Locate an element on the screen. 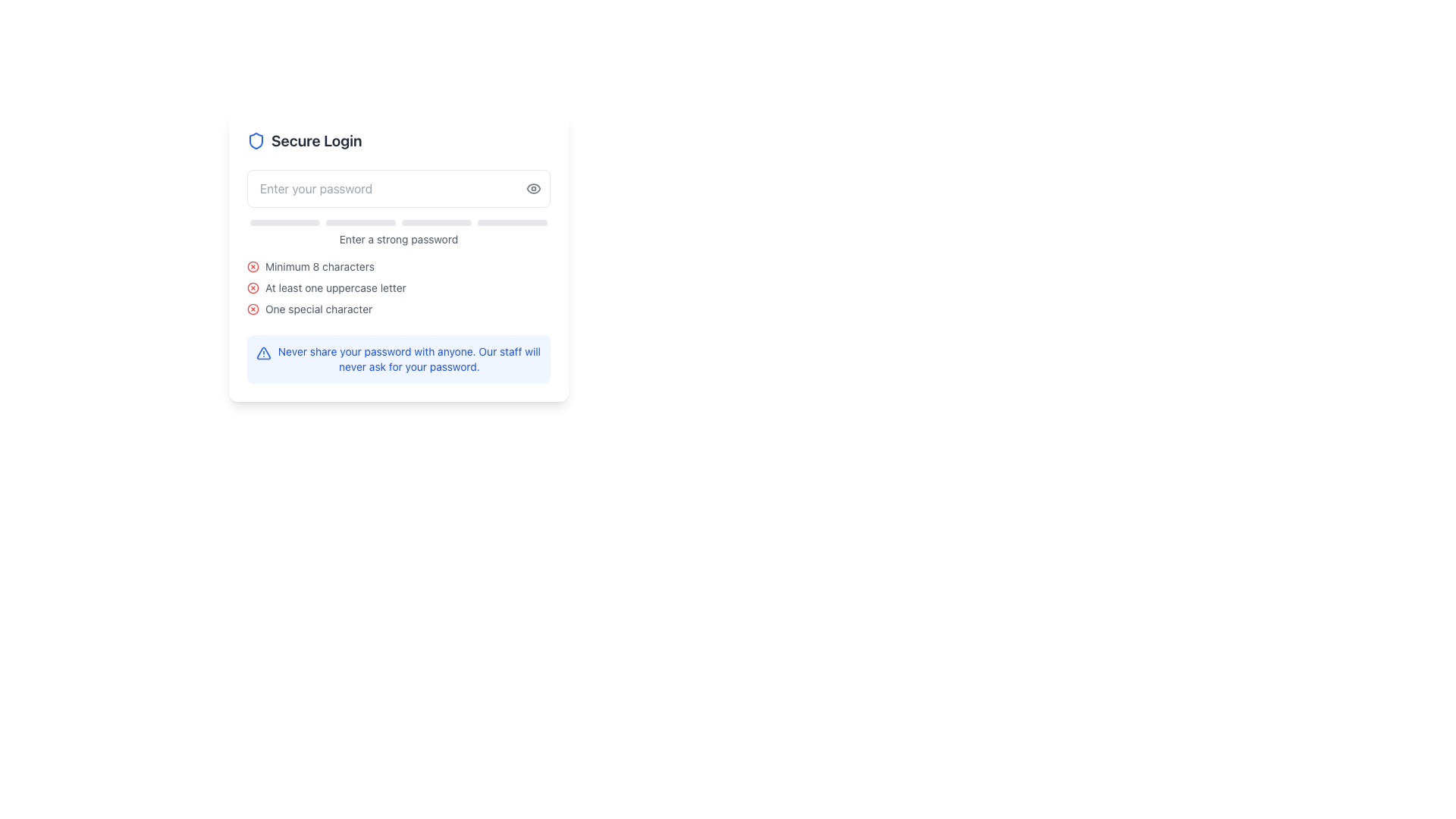 The height and width of the screenshot is (819, 1456). the static text element displaying the message 'One special character', which is styled in gray and positioned below 'At least one uppercase letter' and above the notification panel is located at coordinates (318, 309).